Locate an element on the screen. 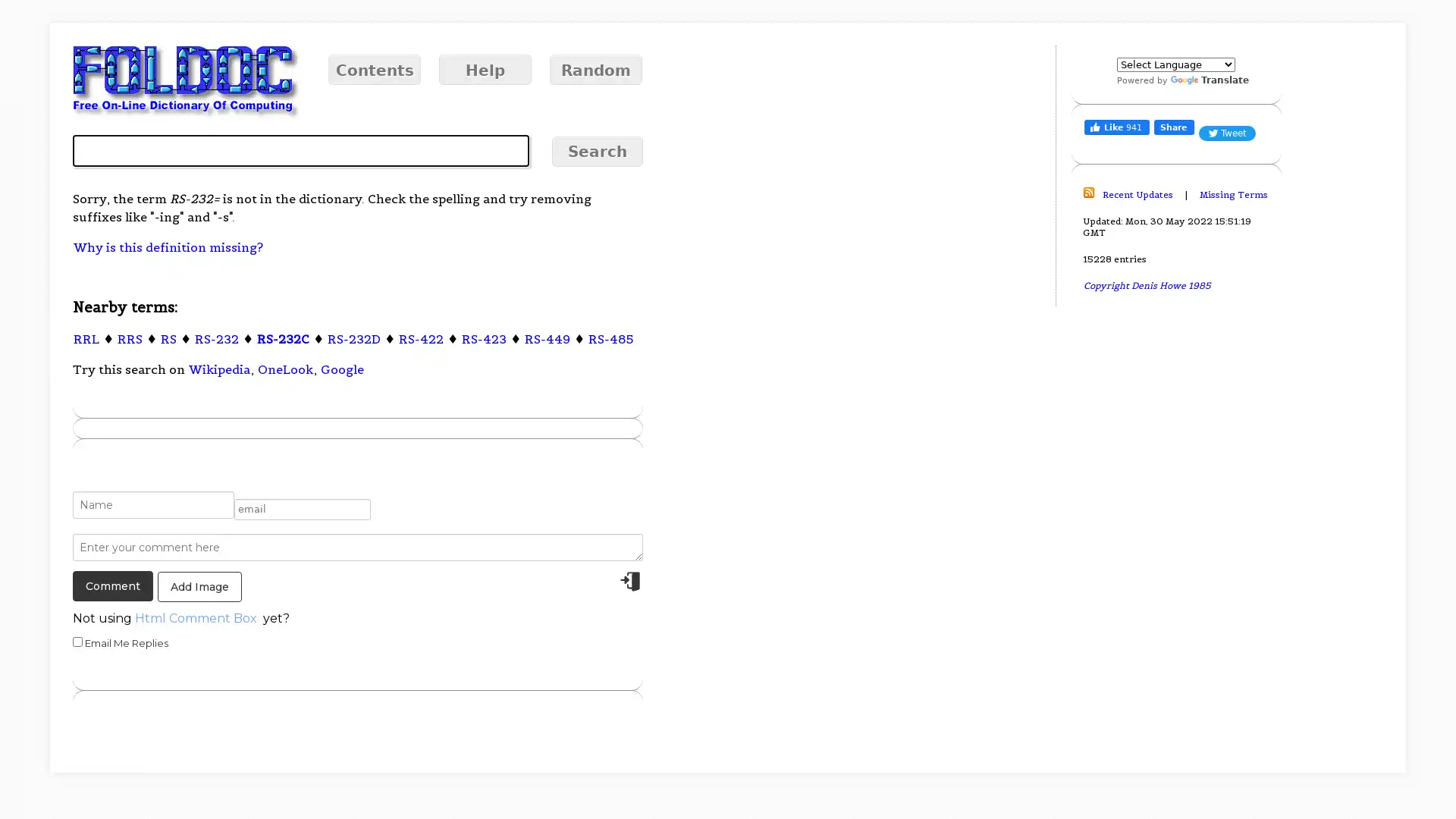 Image resolution: width=1456 pixels, height=819 pixels. Search is located at coordinates (596, 152).